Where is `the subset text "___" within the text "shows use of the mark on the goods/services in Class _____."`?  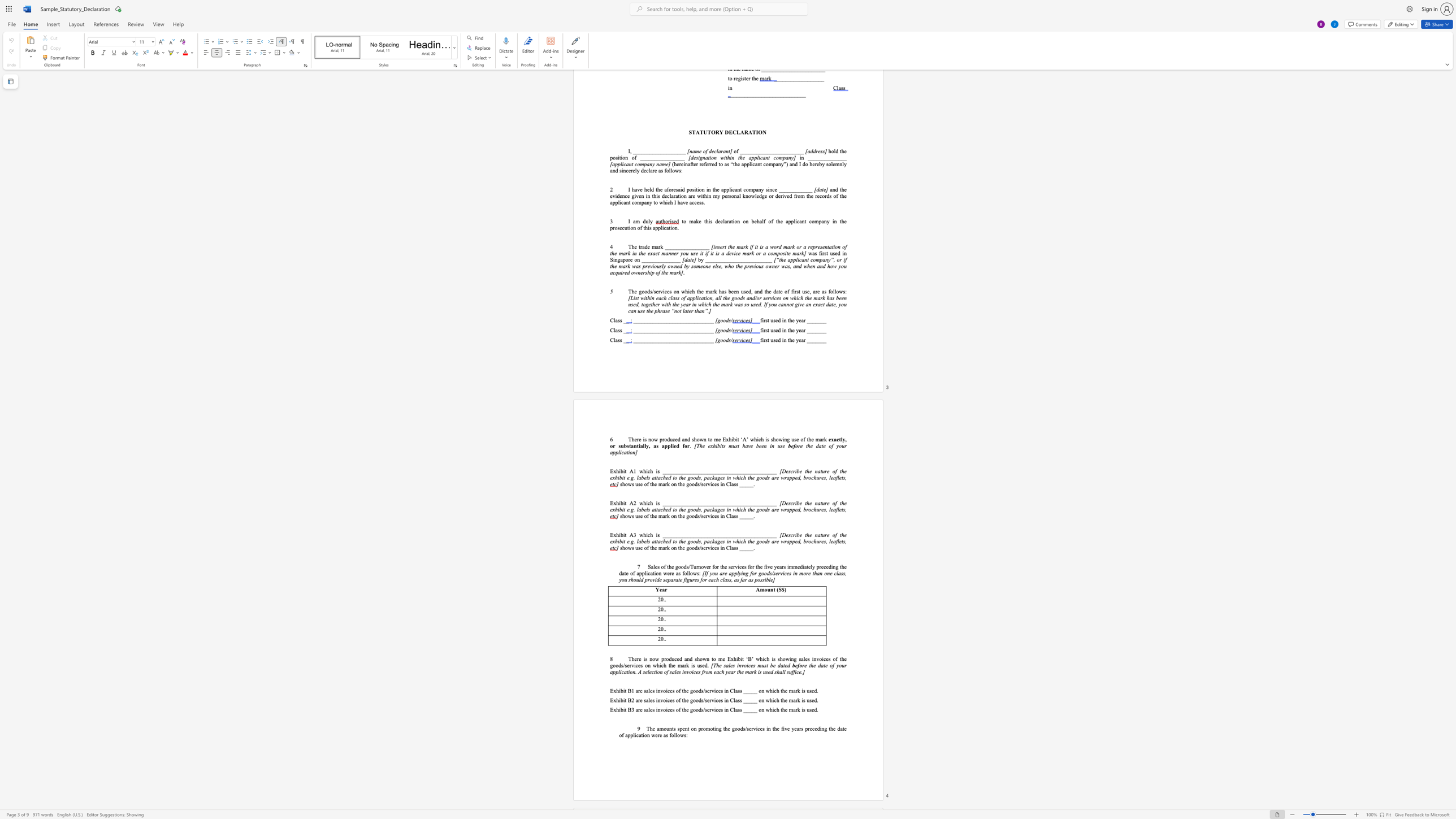 the subset text "___" within the text "shows use of the mark on the goods/services in Class _____." is located at coordinates (745, 547).